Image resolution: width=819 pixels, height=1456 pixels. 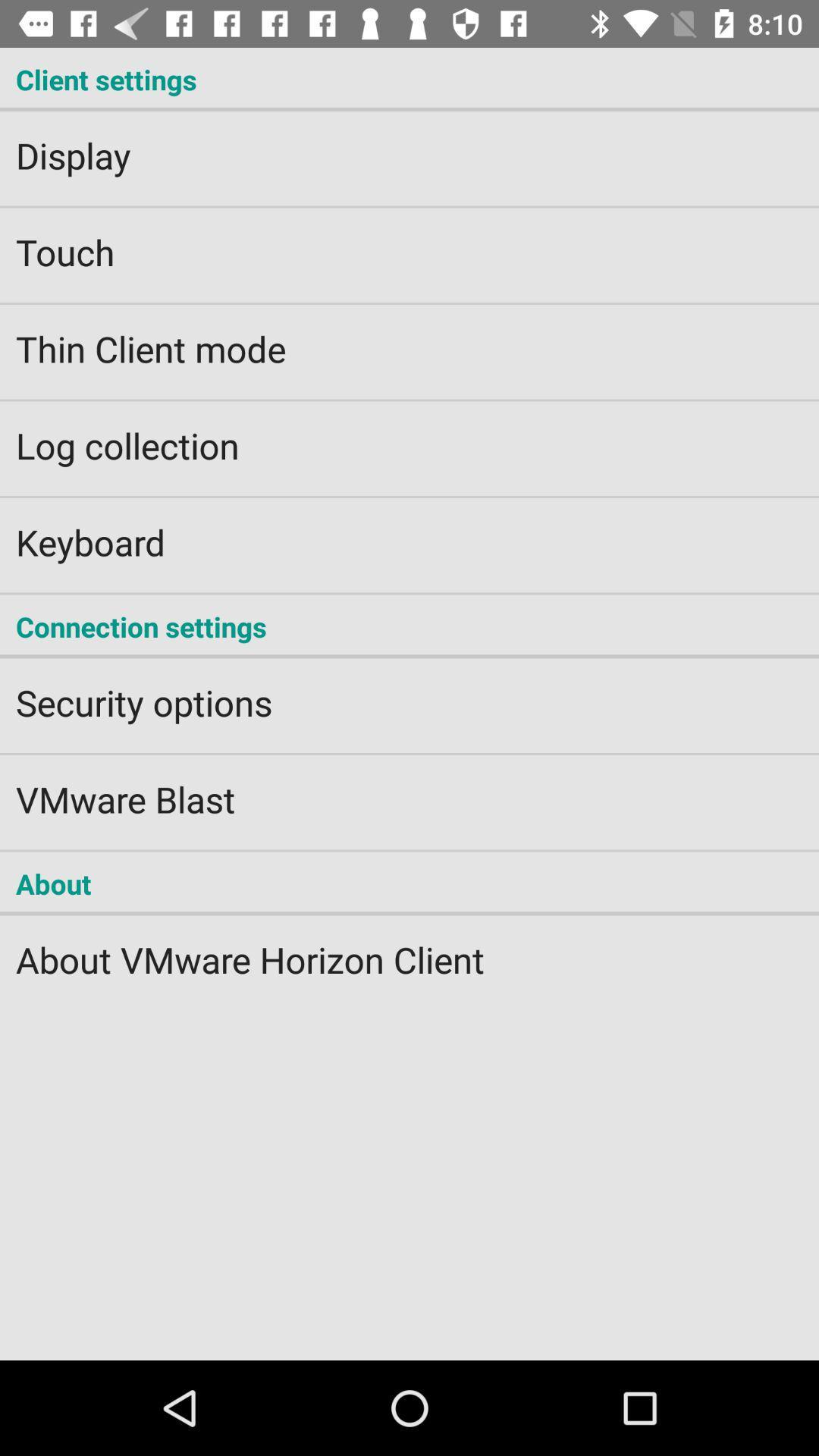 What do you see at coordinates (409, 146) in the screenshot?
I see `icon below the client settings item` at bounding box center [409, 146].